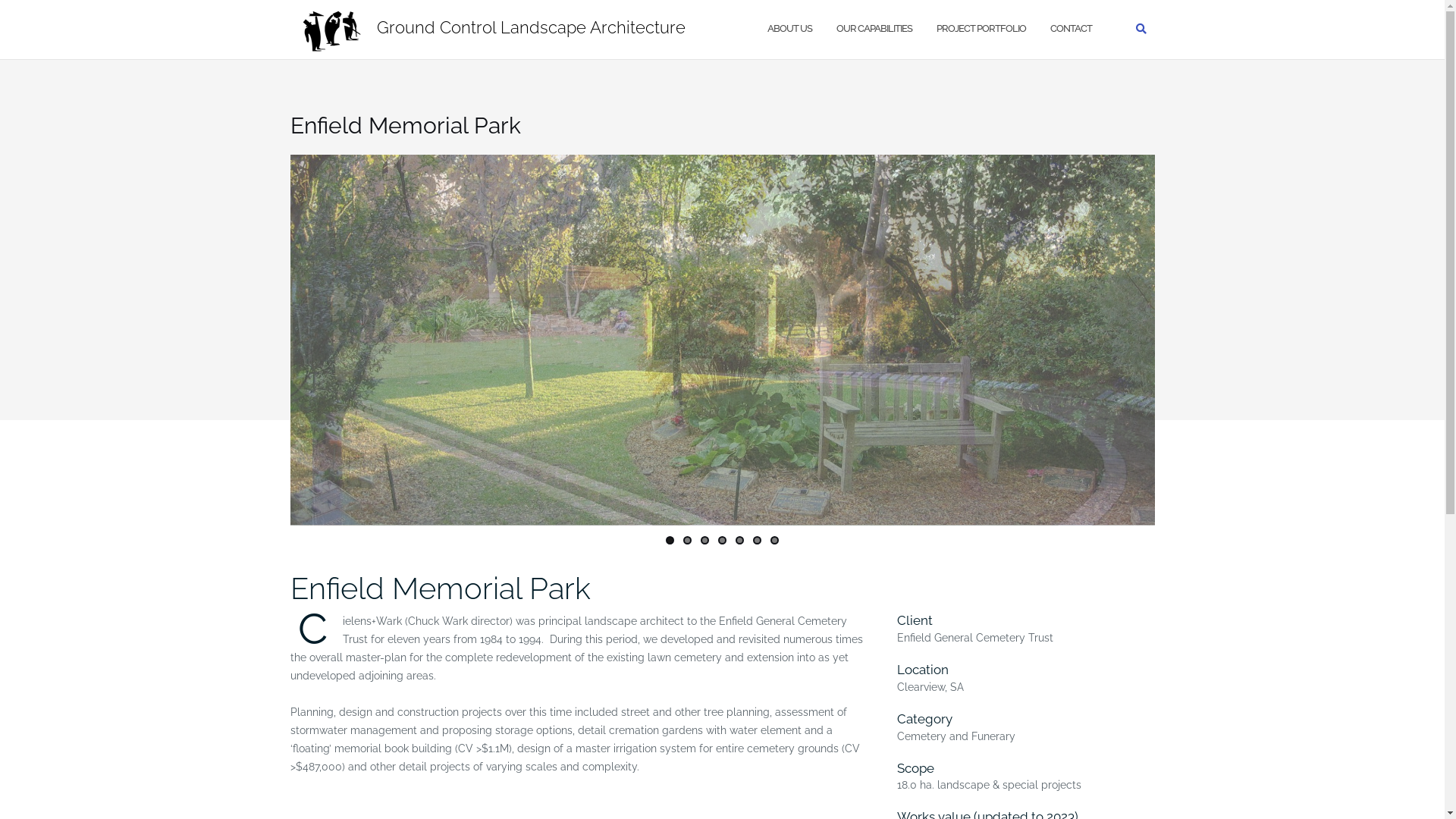 The height and width of the screenshot is (819, 1456). I want to click on '6', so click(757, 539).